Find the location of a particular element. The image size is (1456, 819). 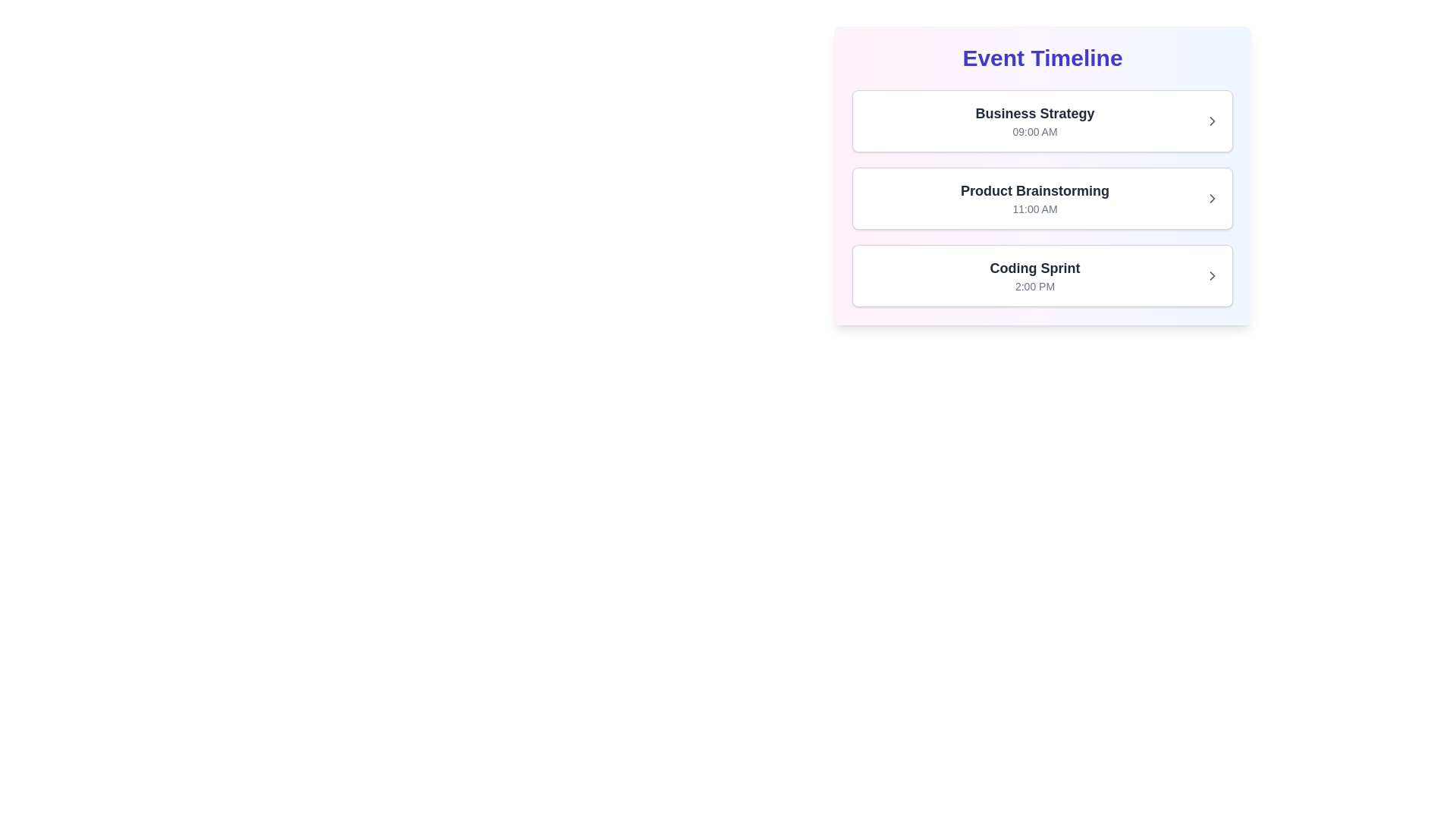

the Chevron navigation icon located is located at coordinates (1211, 120).